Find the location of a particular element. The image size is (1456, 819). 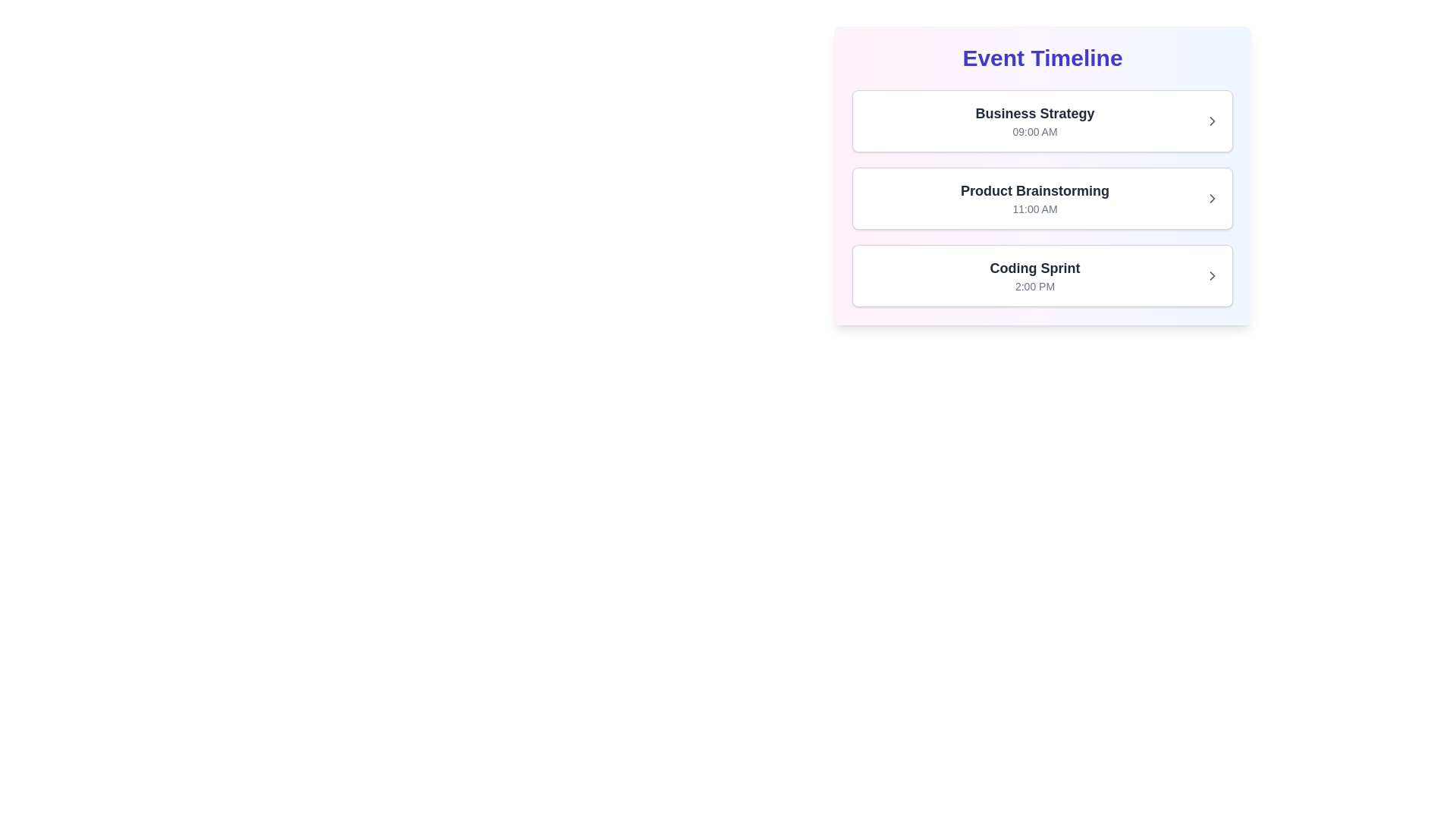

the Chevron navigation icon located is located at coordinates (1211, 120).